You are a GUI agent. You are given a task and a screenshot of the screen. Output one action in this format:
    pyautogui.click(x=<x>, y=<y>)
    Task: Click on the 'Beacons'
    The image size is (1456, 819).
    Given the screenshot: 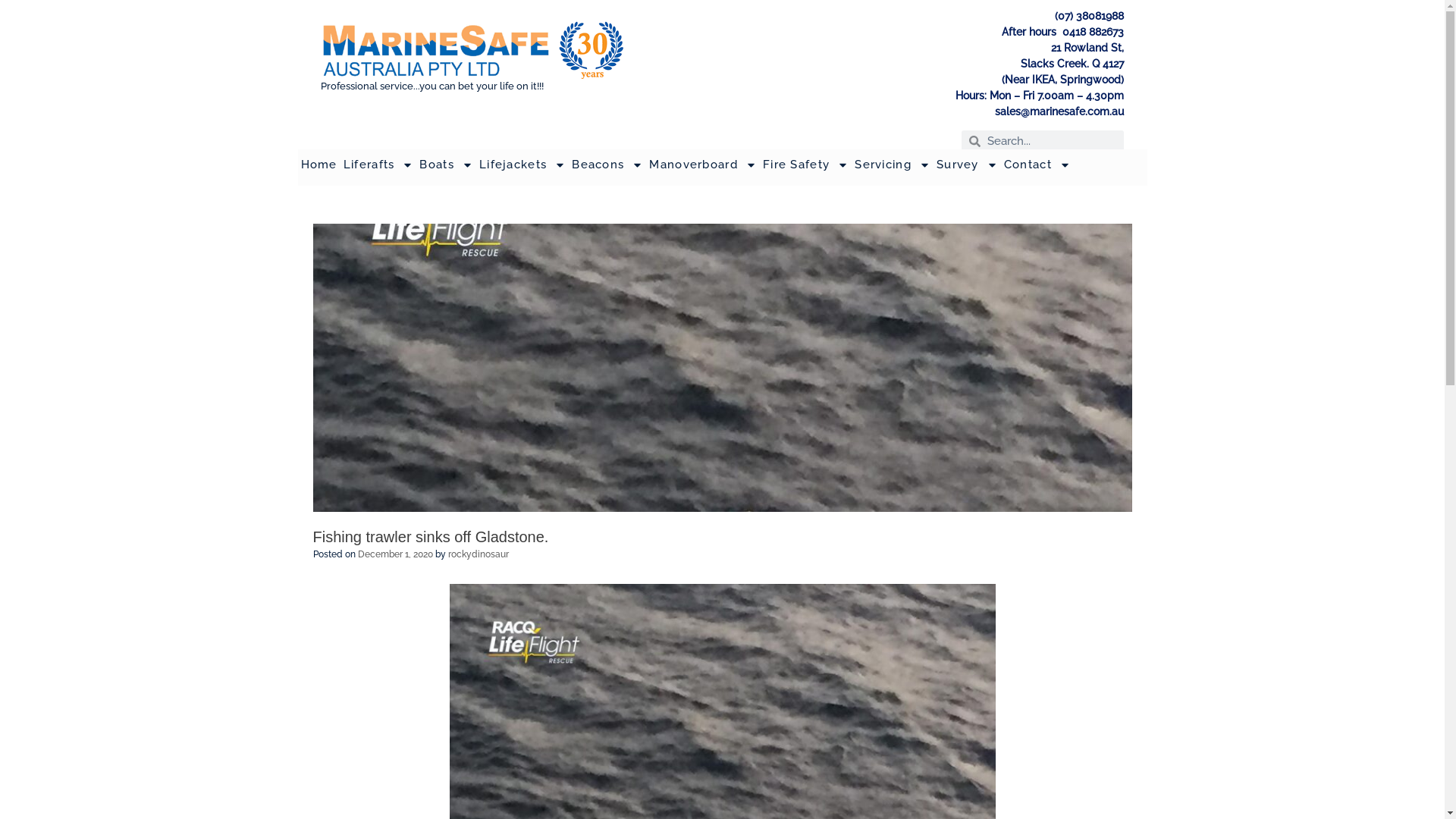 What is the action you would take?
    pyautogui.click(x=607, y=165)
    